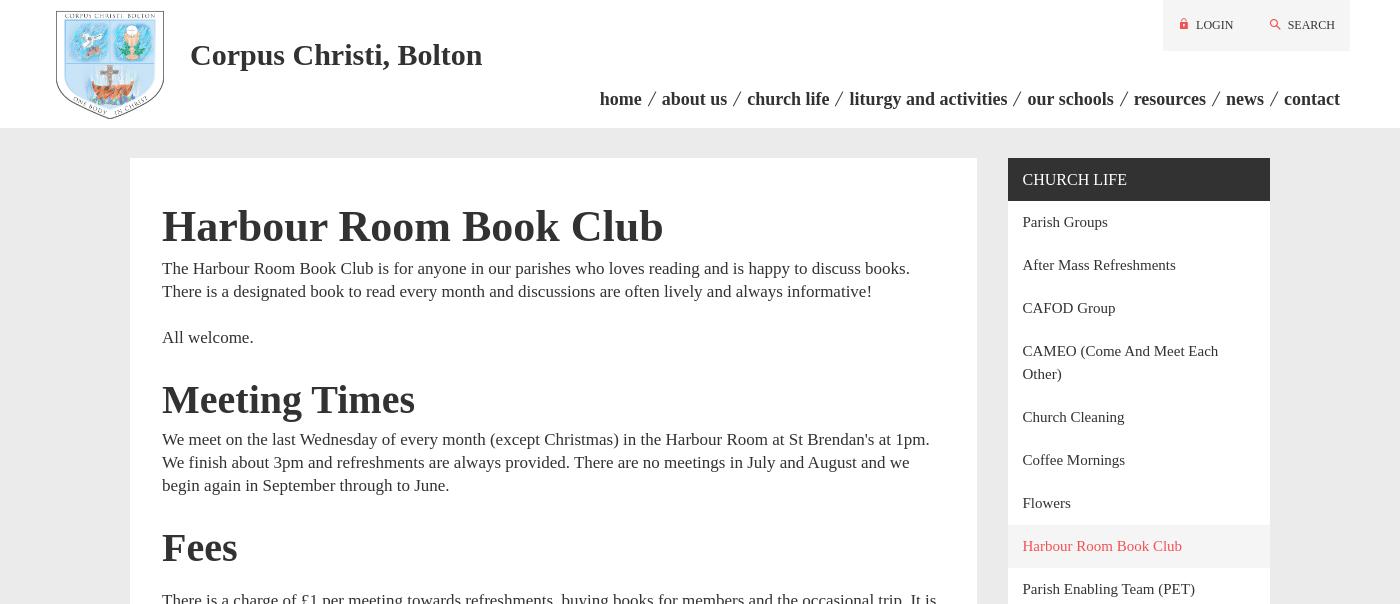  What do you see at coordinates (535, 472) in the screenshot?
I see `'There are no meetings in July and August and we begin again in September through to June.'` at bounding box center [535, 472].